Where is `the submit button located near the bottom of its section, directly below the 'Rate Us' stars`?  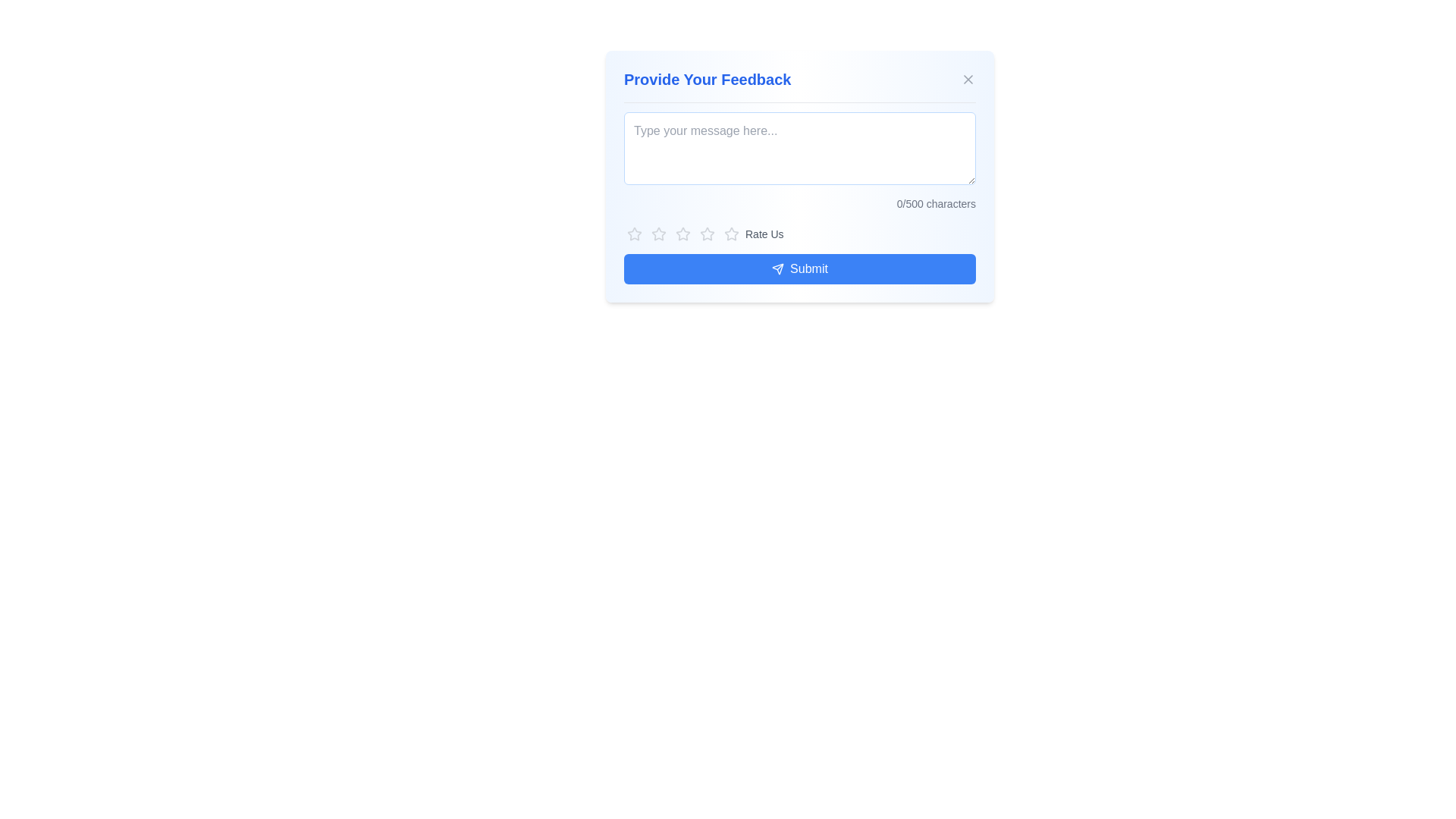
the submit button located near the bottom of its section, directly below the 'Rate Us' stars is located at coordinates (799, 268).